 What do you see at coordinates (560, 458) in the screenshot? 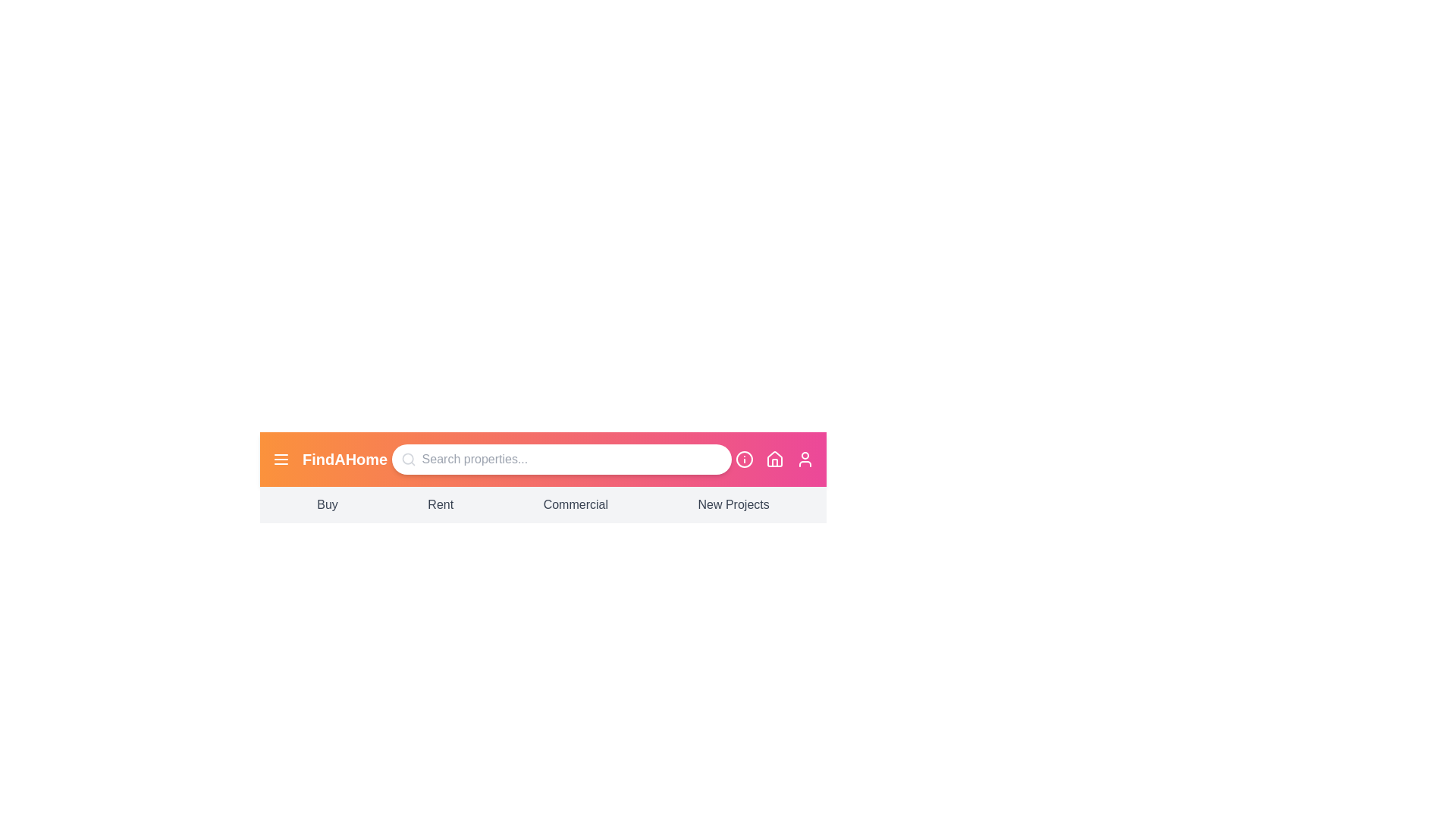
I see `the search input field to focus it` at bounding box center [560, 458].